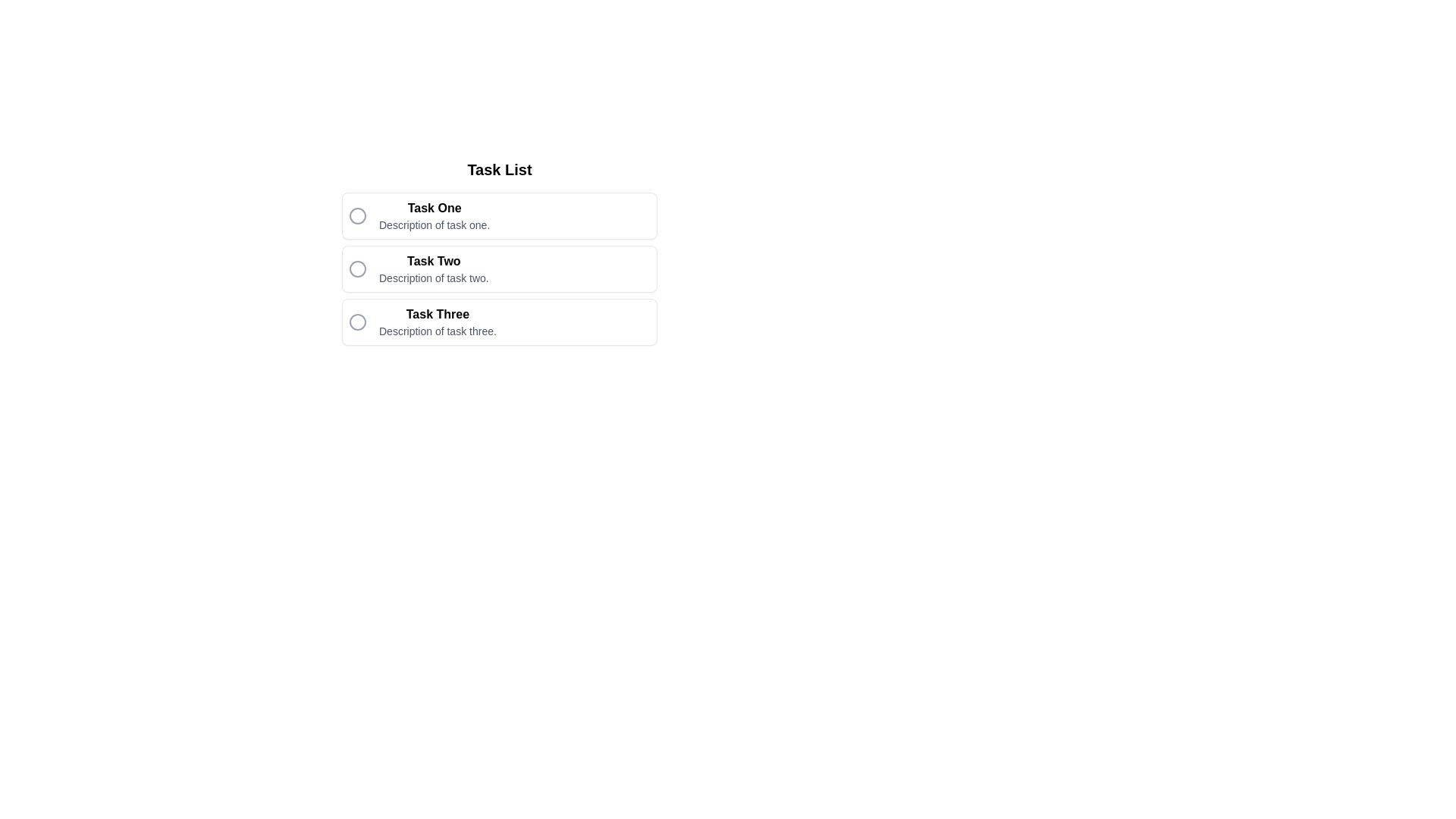 The image size is (1456, 819). I want to click on the text block containing the title 'Task Three' and subtitle 'Description of task three.', which is the third item in the vertical list of tasks, so click(437, 321).